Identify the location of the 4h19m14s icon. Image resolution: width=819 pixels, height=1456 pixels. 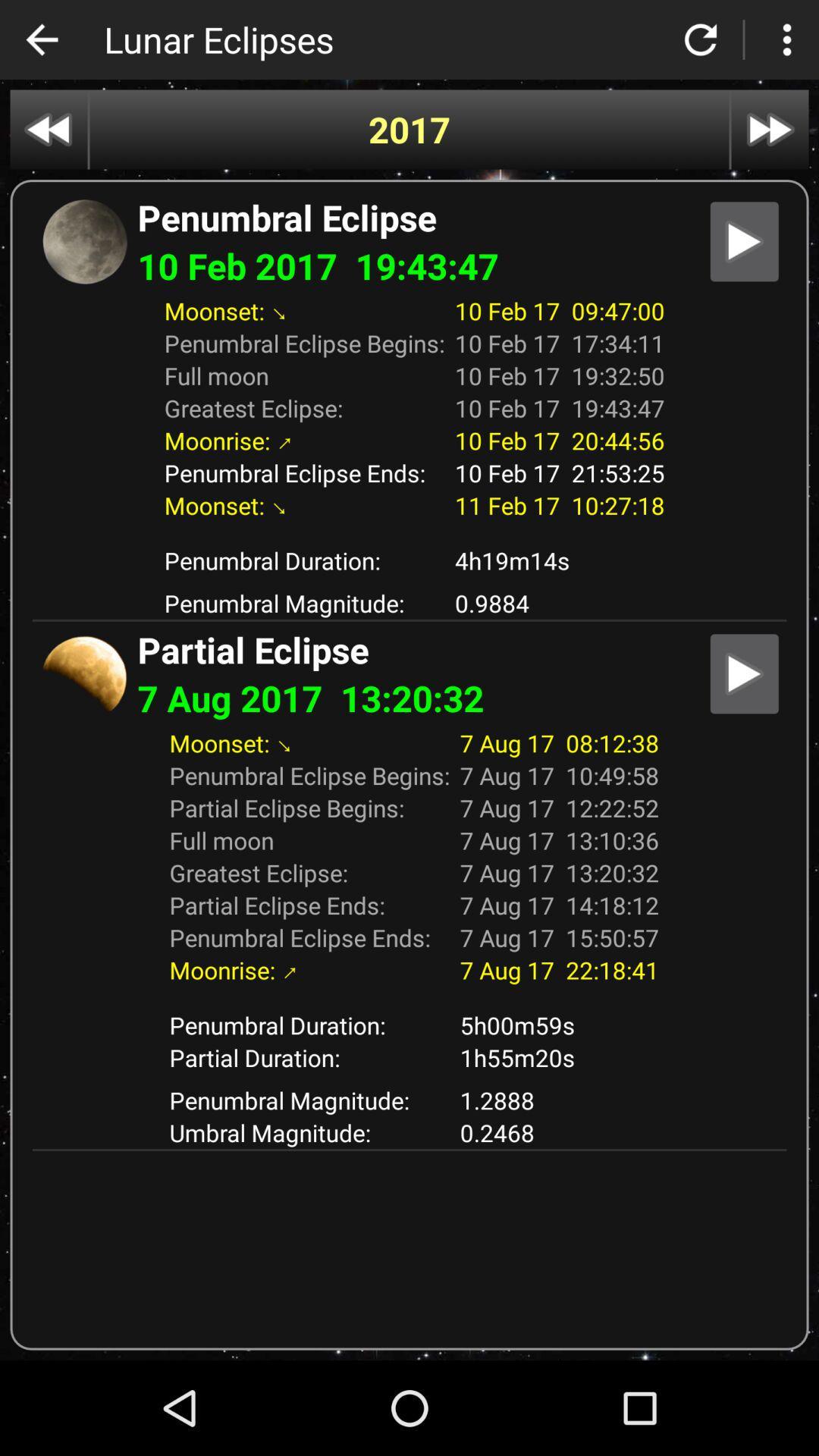
(560, 560).